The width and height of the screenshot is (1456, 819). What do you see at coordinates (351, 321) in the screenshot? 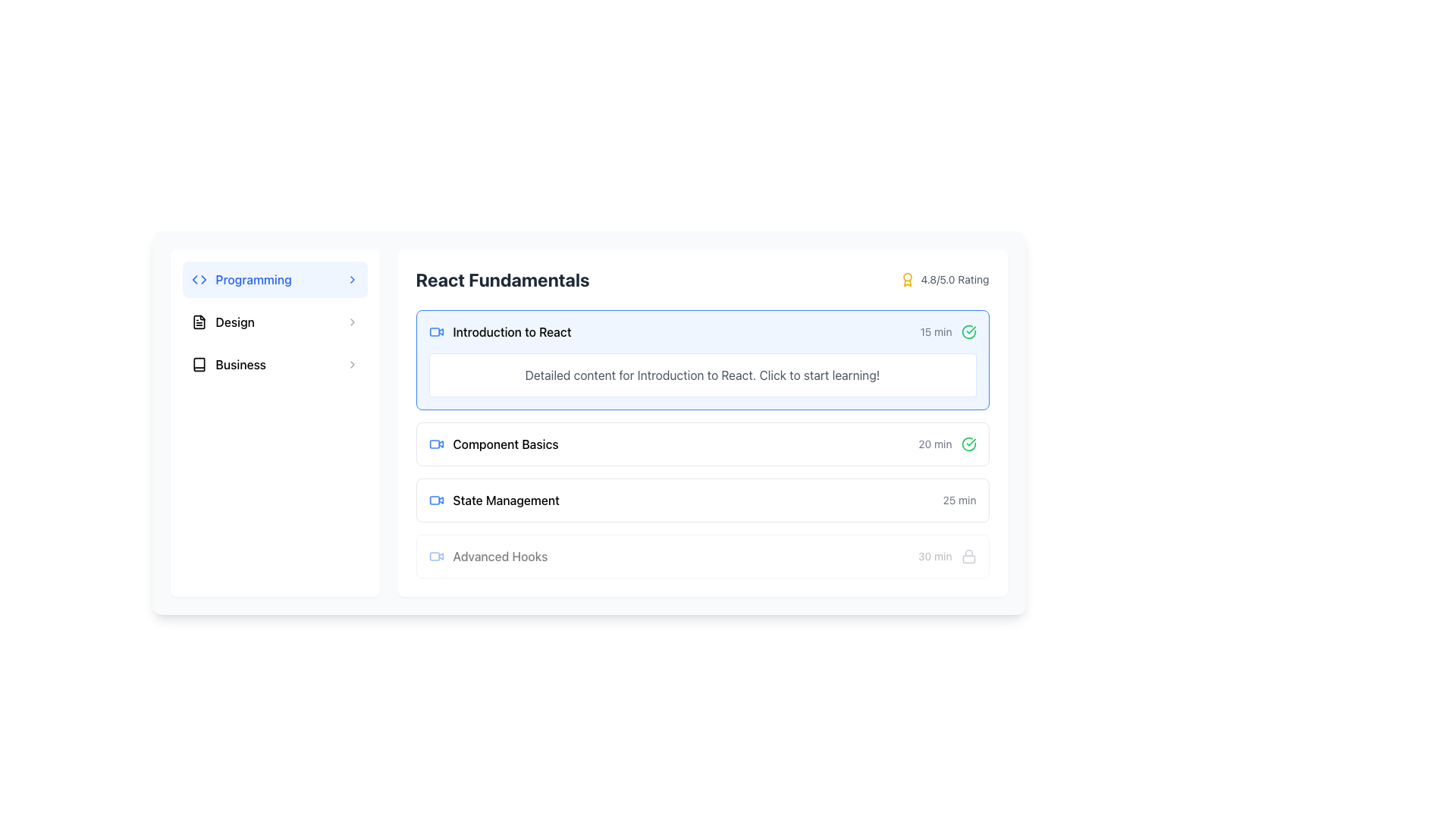
I see `the chevron icon next to the 'Design' item in the navigation menu` at bounding box center [351, 321].